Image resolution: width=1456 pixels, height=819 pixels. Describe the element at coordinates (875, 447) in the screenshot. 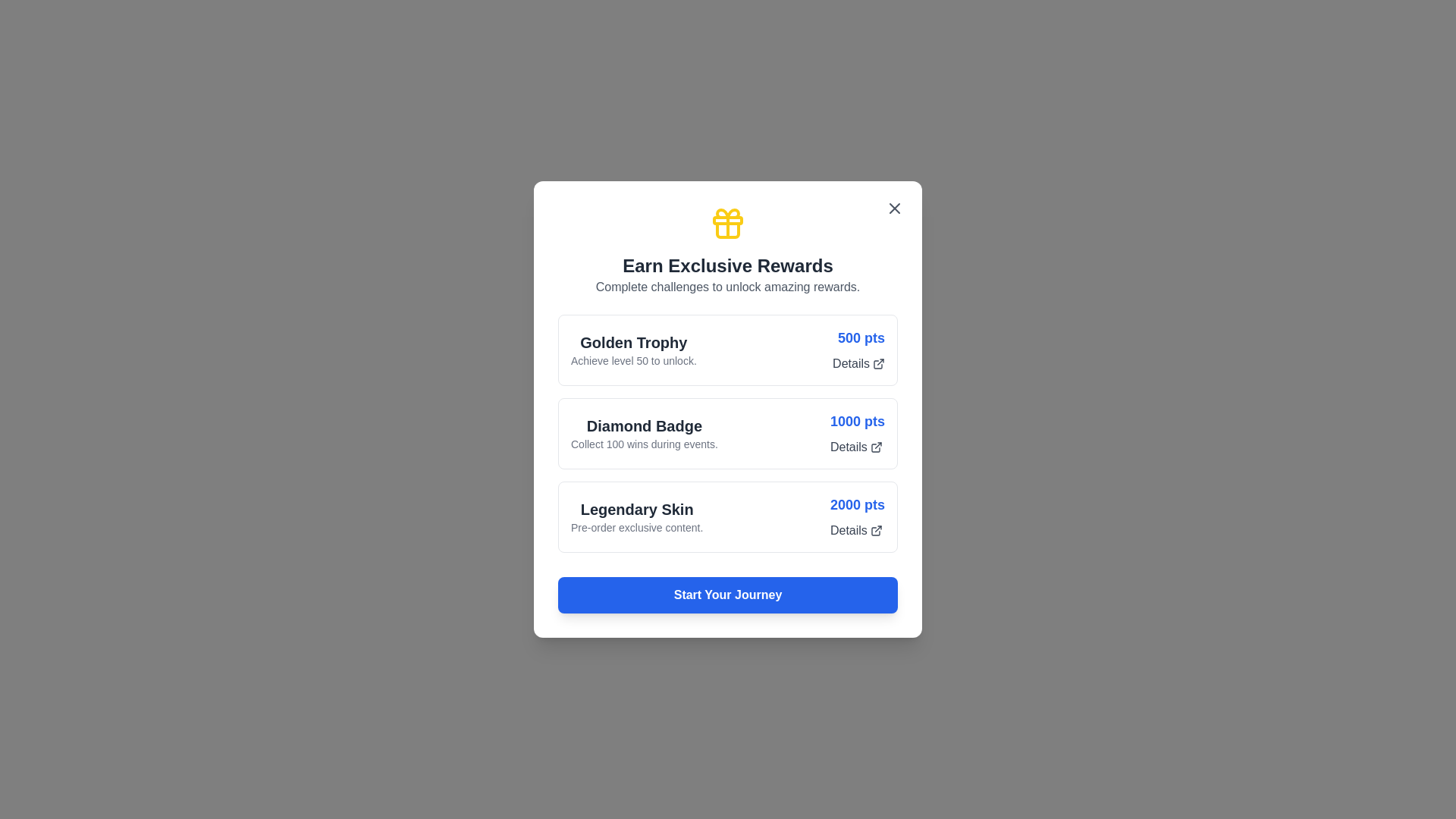

I see `the graphic icon styled in an outline format, resembling a box with curved edges and a truncated corner, located in the bottom-right of the text 'Details' in the 'Diamond Badge' entry` at that location.